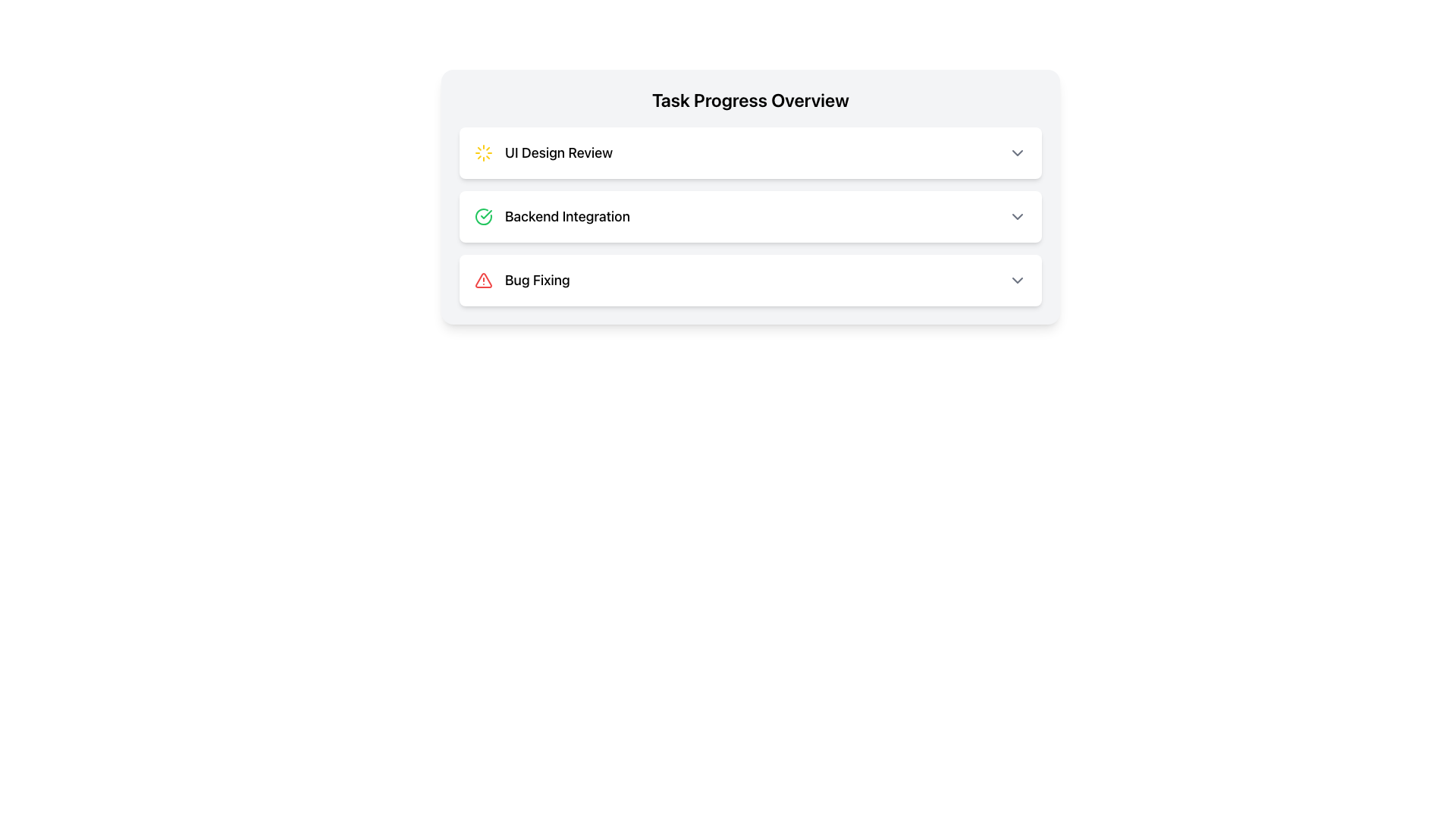 The height and width of the screenshot is (819, 1456). Describe the element at coordinates (522, 281) in the screenshot. I see `the 'Bug Fixing' label with the alert triangle icon, which is located in the third row under the 'Task Progress Overview' heading, to focus on it` at that location.